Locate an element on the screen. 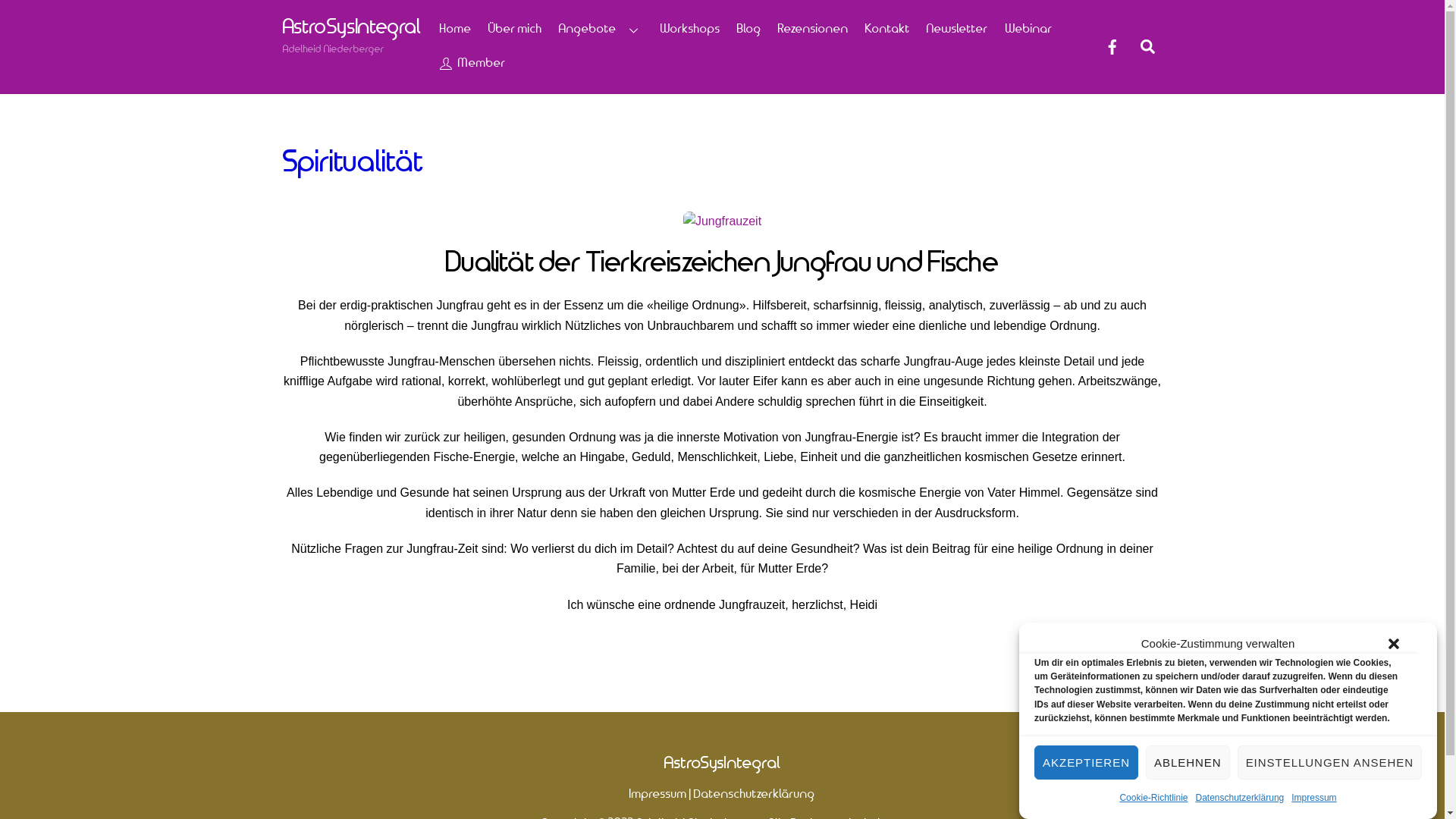  'ABLEHNEN' is located at coordinates (1187, 763).